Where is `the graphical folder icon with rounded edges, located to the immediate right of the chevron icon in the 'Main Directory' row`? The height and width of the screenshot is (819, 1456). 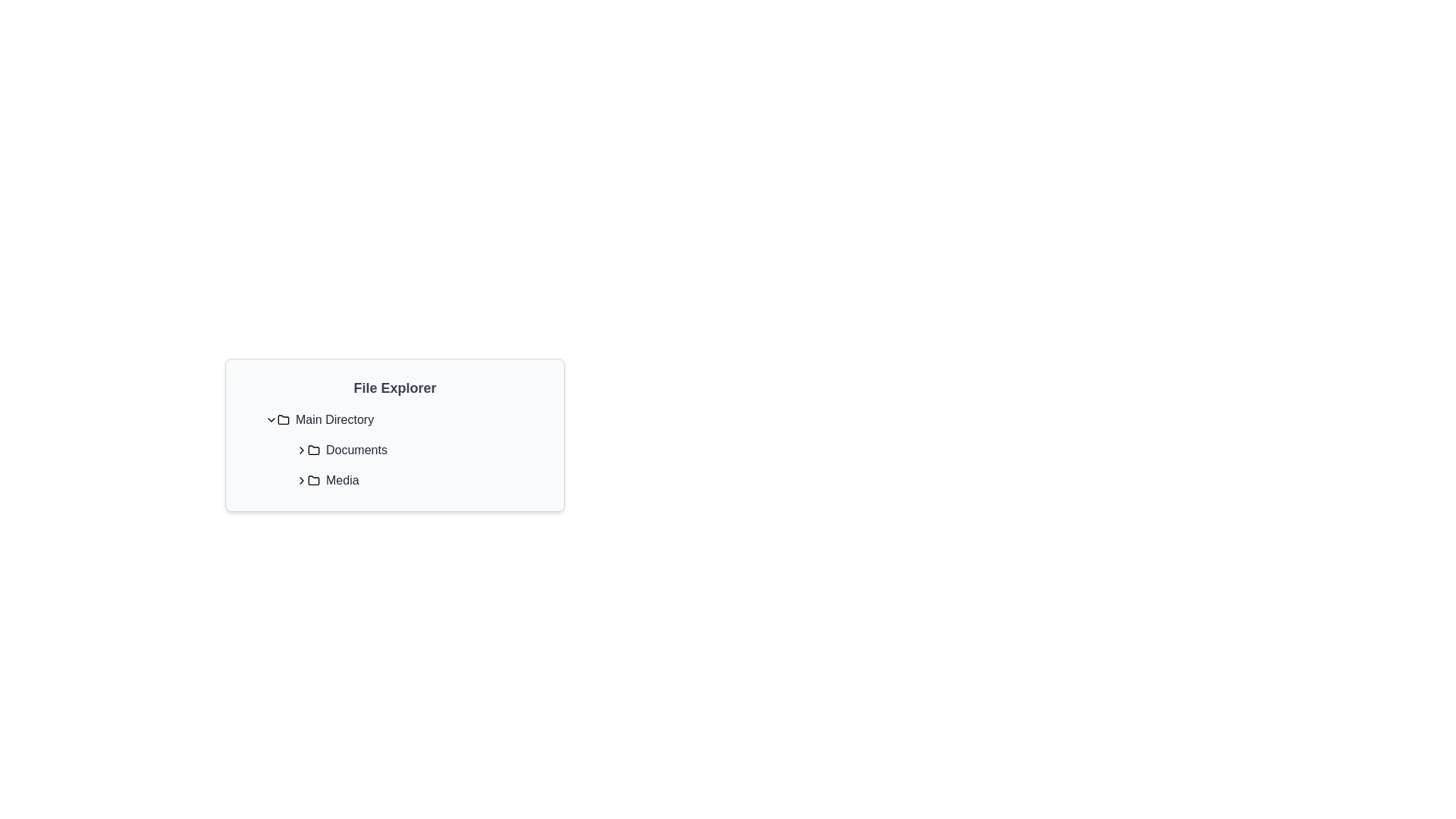 the graphical folder icon with rounded edges, located to the immediate right of the chevron icon in the 'Main Directory' row is located at coordinates (284, 420).